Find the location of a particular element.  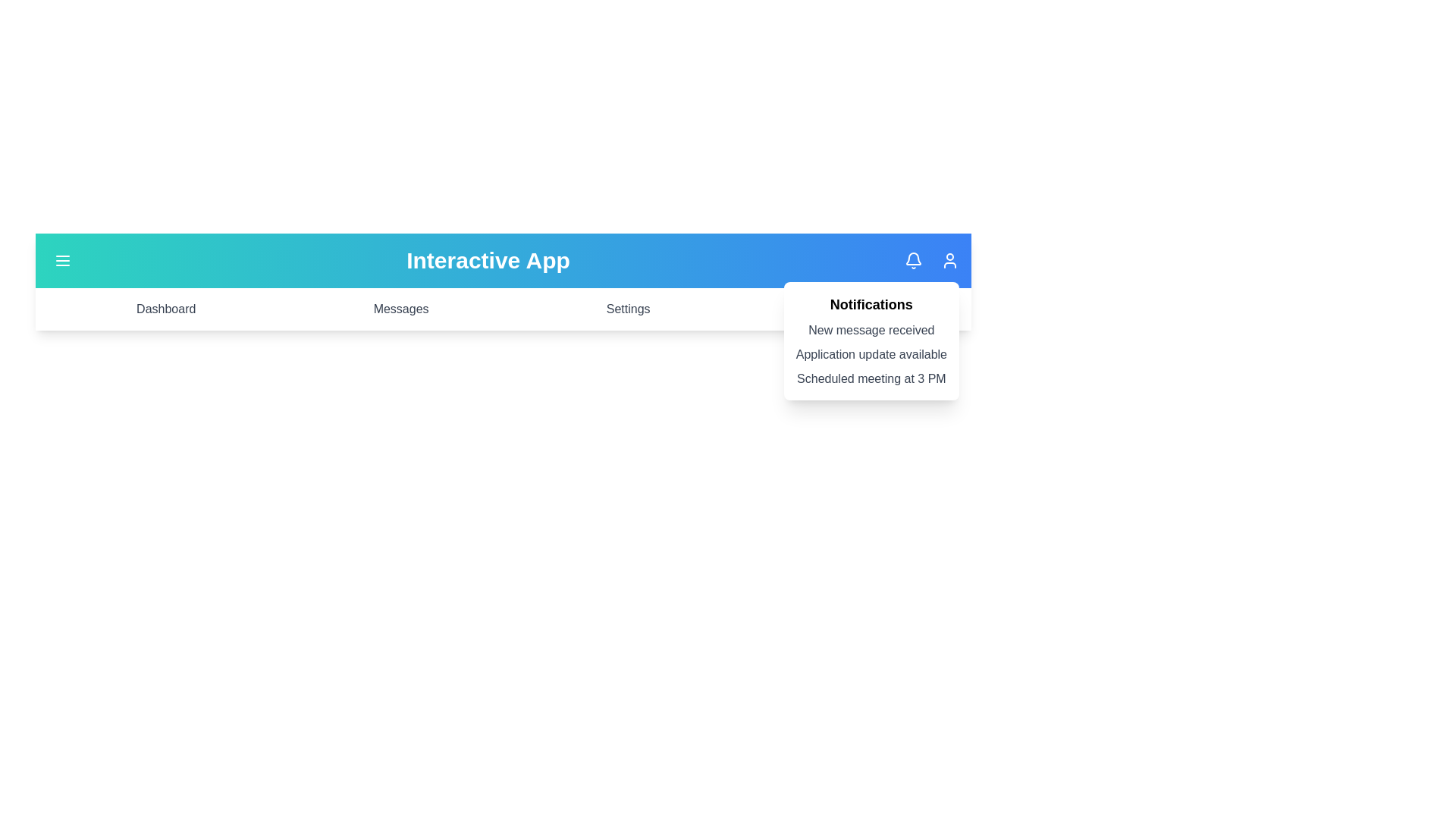

the interactive element notification_button to observe visual changes is located at coordinates (912, 259).